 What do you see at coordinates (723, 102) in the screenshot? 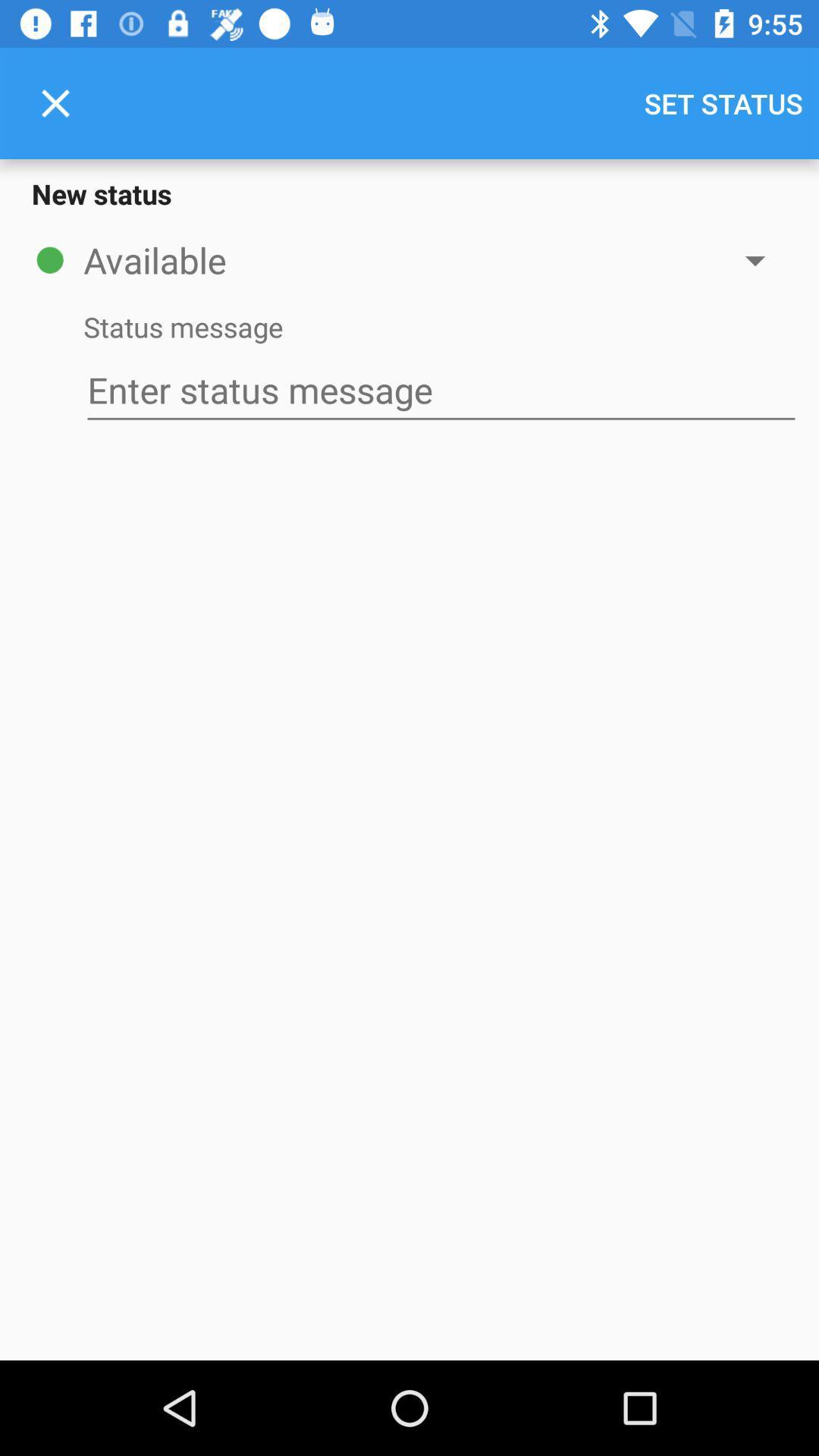
I see `set status icon` at bounding box center [723, 102].